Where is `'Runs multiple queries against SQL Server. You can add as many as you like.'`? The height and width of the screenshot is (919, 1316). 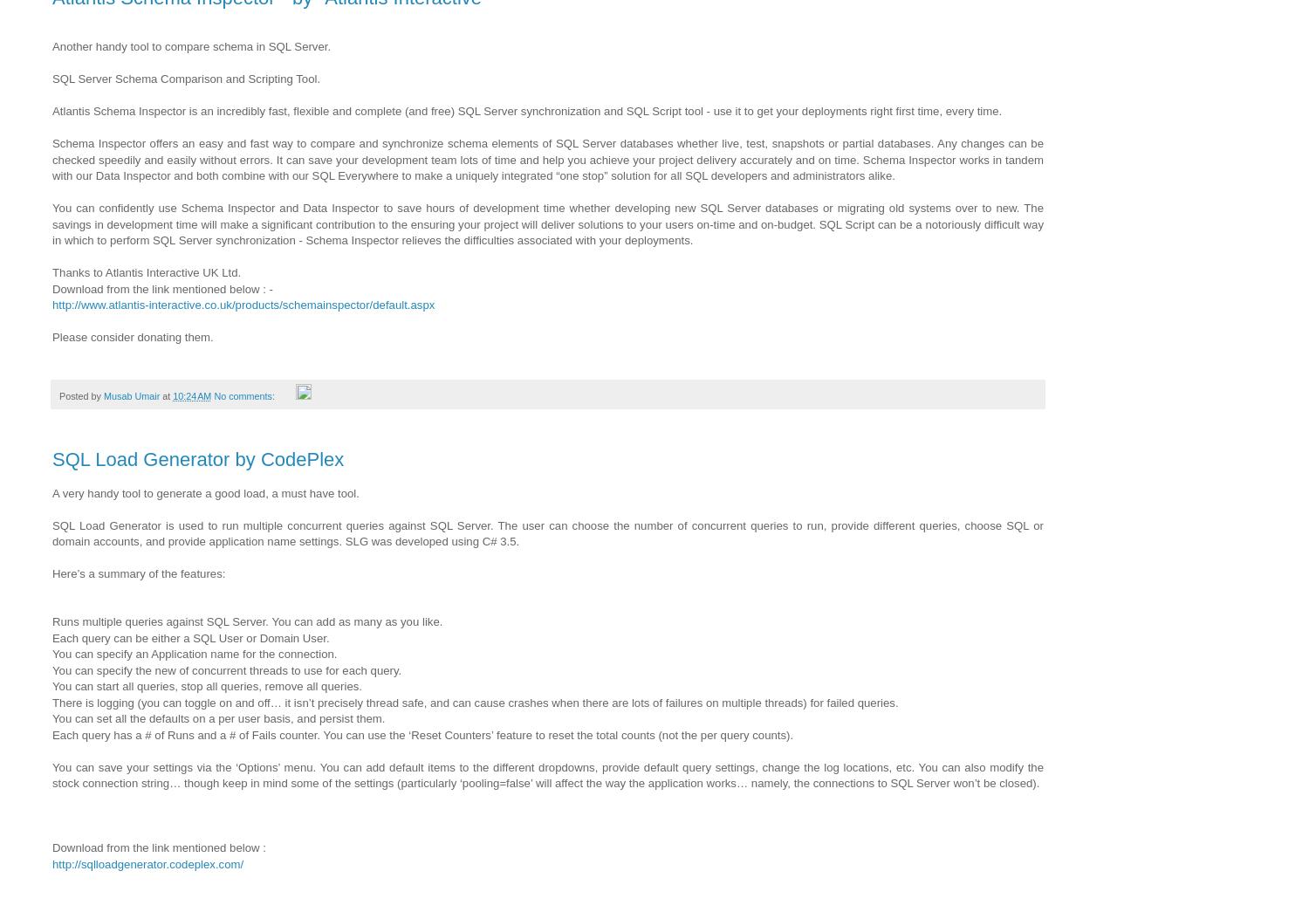
'Runs multiple queries against SQL Server. You can add as many as you like.' is located at coordinates (52, 621).